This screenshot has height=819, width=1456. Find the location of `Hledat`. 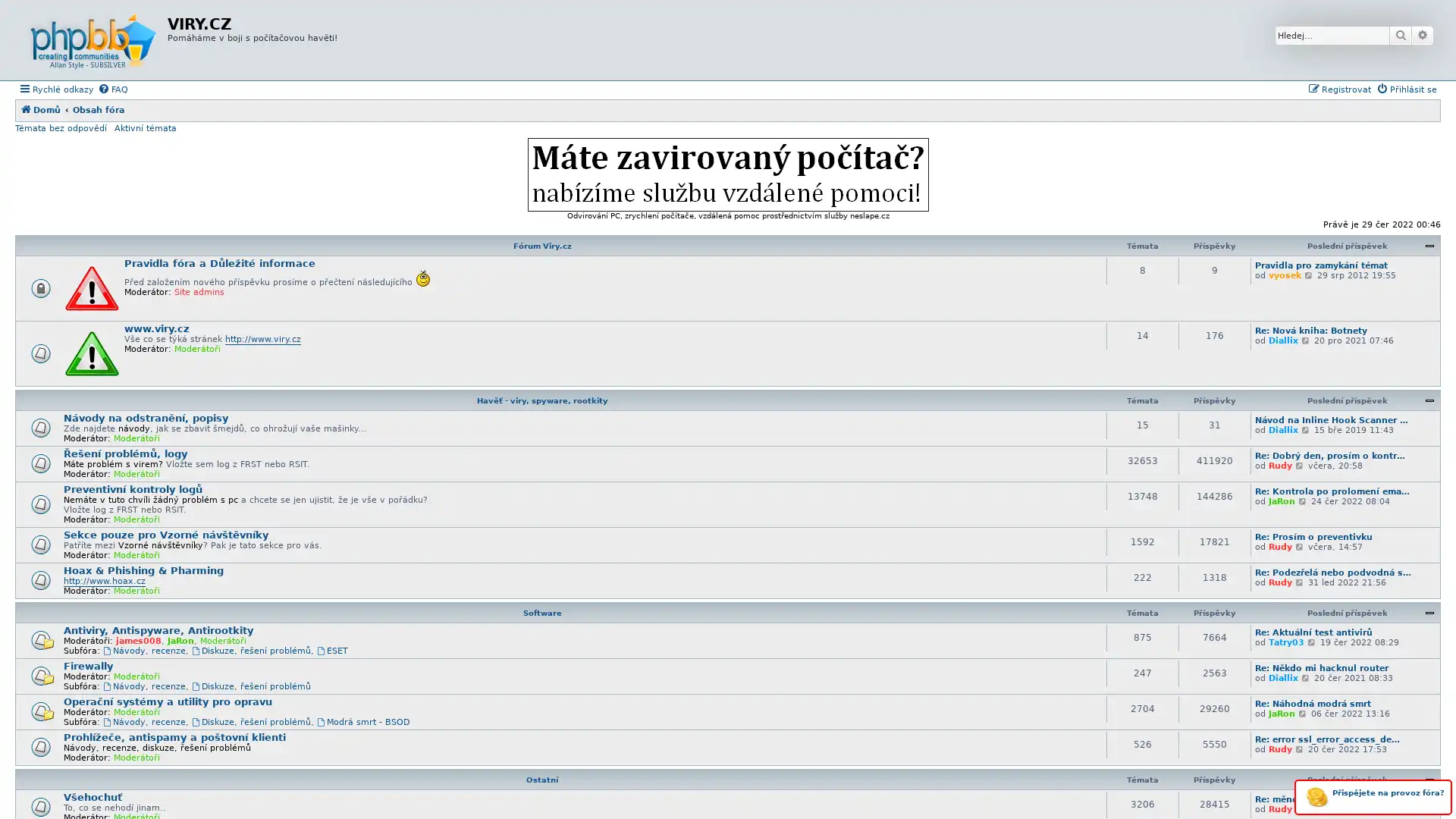

Hledat is located at coordinates (1400, 34).